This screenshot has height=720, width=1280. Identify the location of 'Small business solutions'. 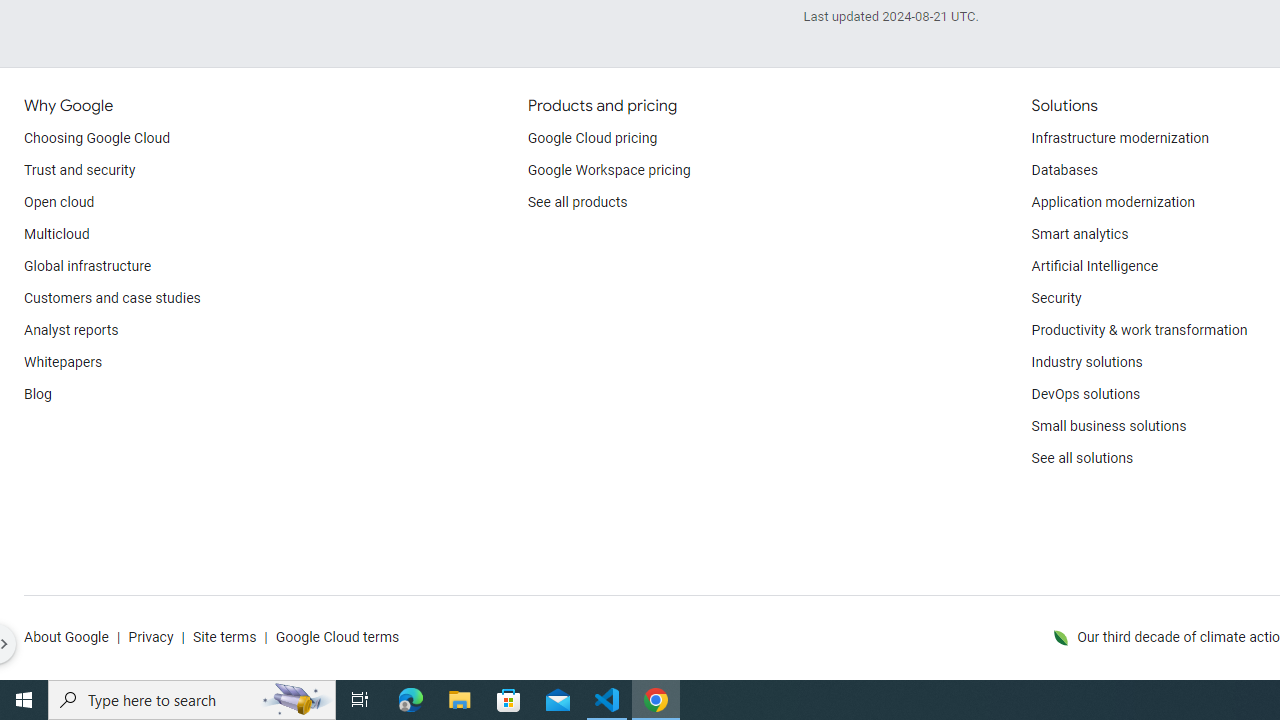
(1107, 425).